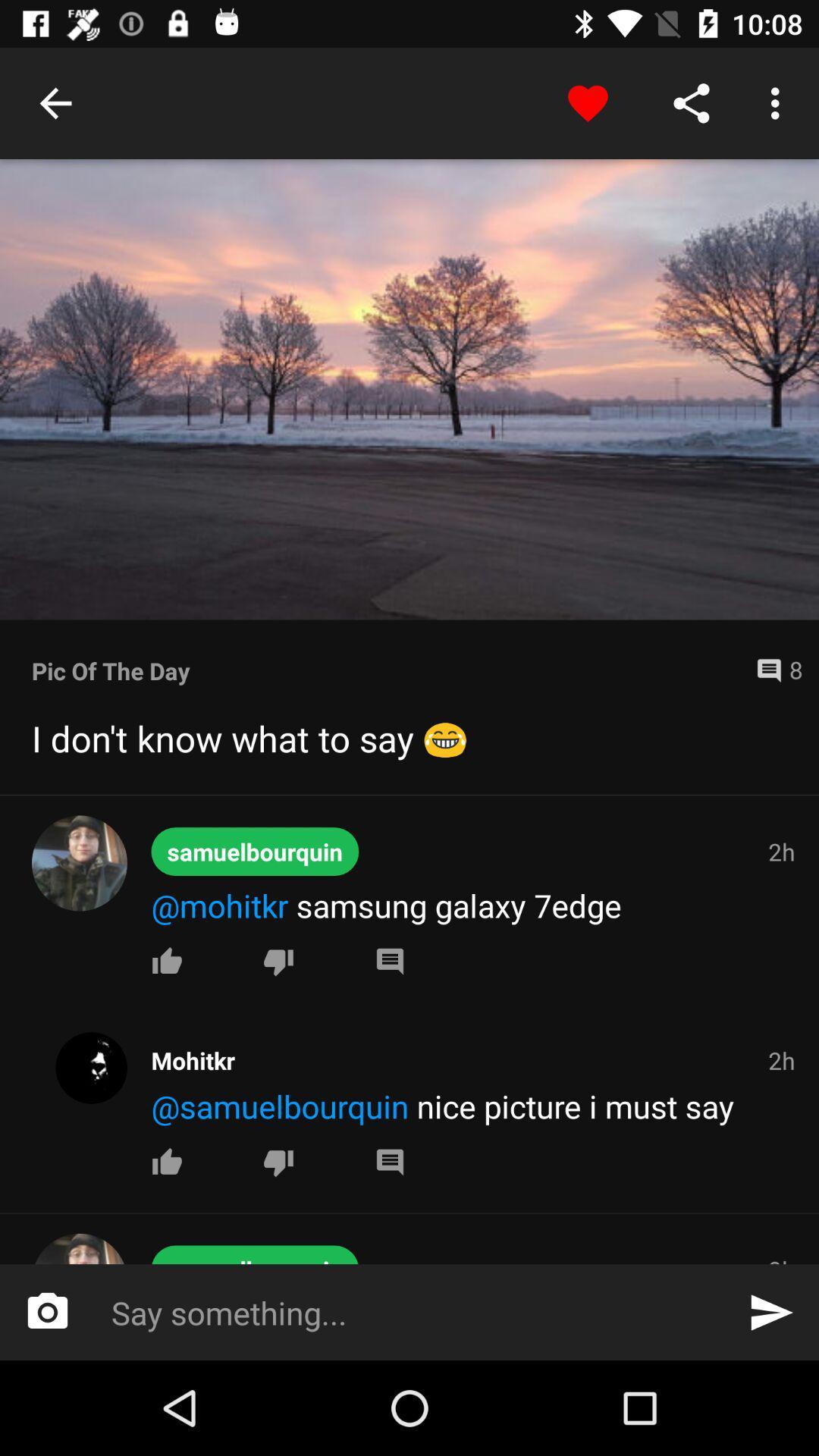  Describe the element at coordinates (773, 670) in the screenshot. I see `item above the i don t item` at that location.